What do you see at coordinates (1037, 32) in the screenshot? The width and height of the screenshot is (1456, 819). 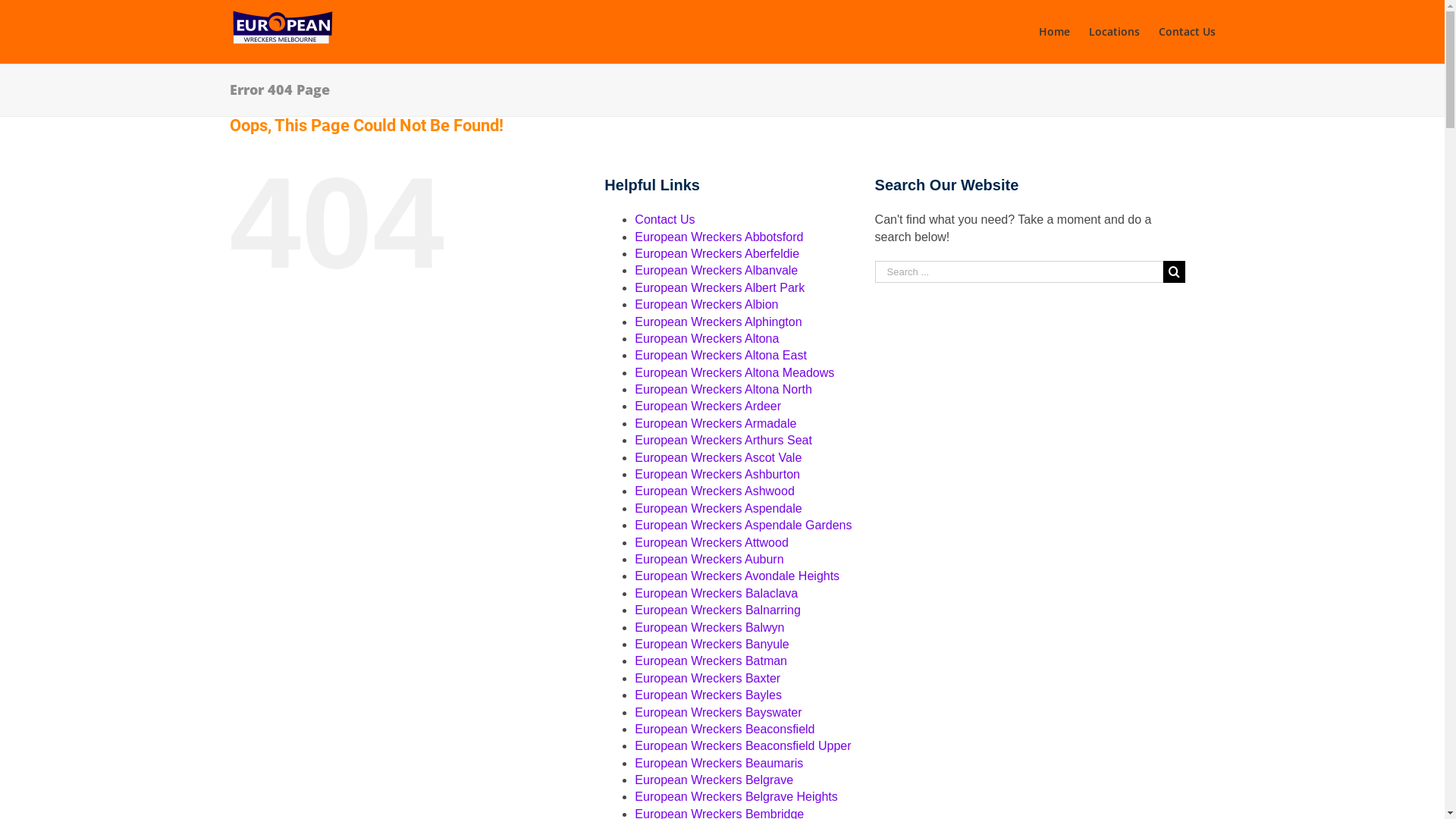 I see `'Home'` at bounding box center [1037, 32].